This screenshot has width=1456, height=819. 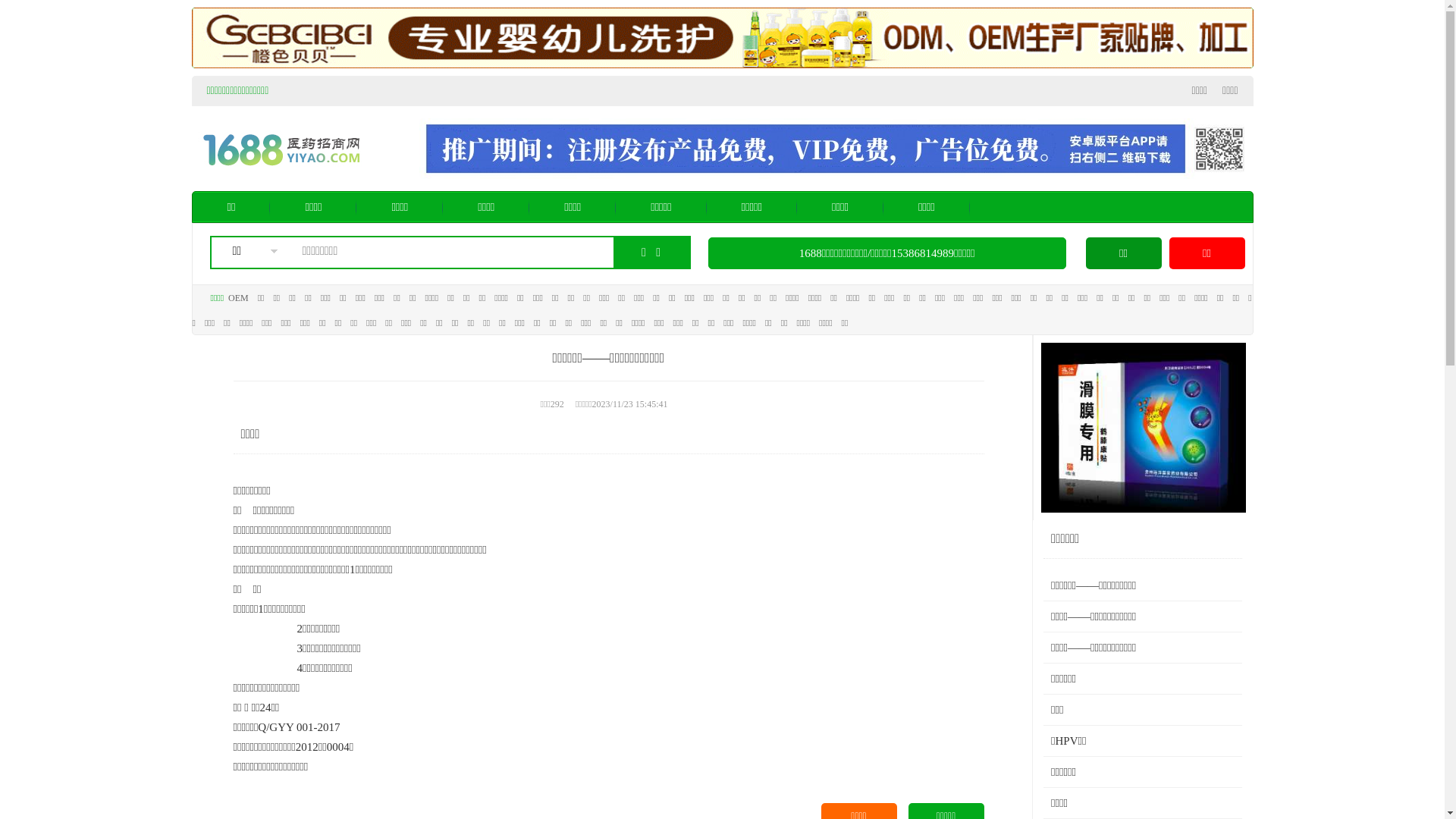 What do you see at coordinates (237, 298) in the screenshot?
I see `'OEM'` at bounding box center [237, 298].